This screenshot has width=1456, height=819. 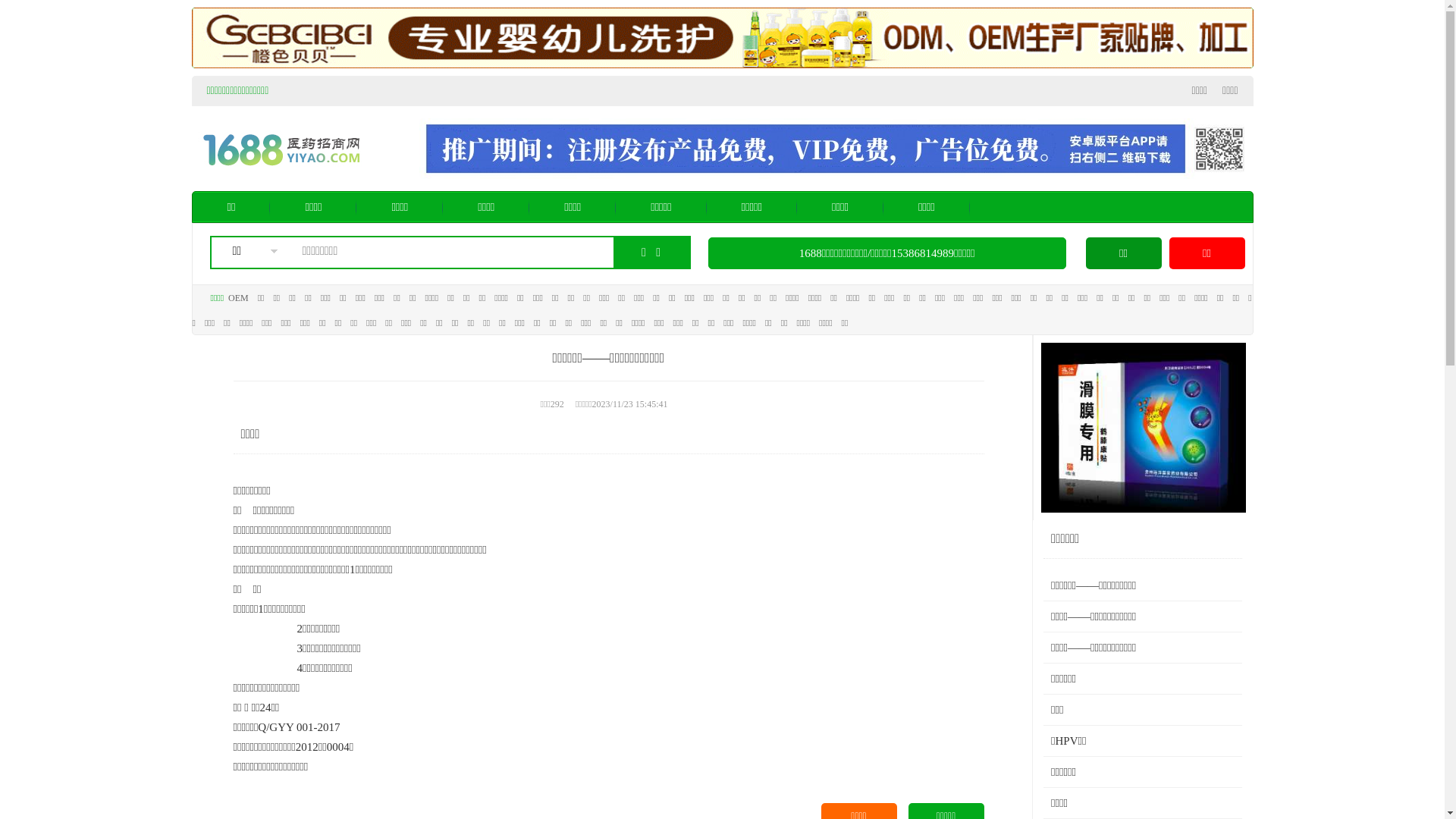 What do you see at coordinates (237, 298) in the screenshot?
I see `'OEM'` at bounding box center [237, 298].